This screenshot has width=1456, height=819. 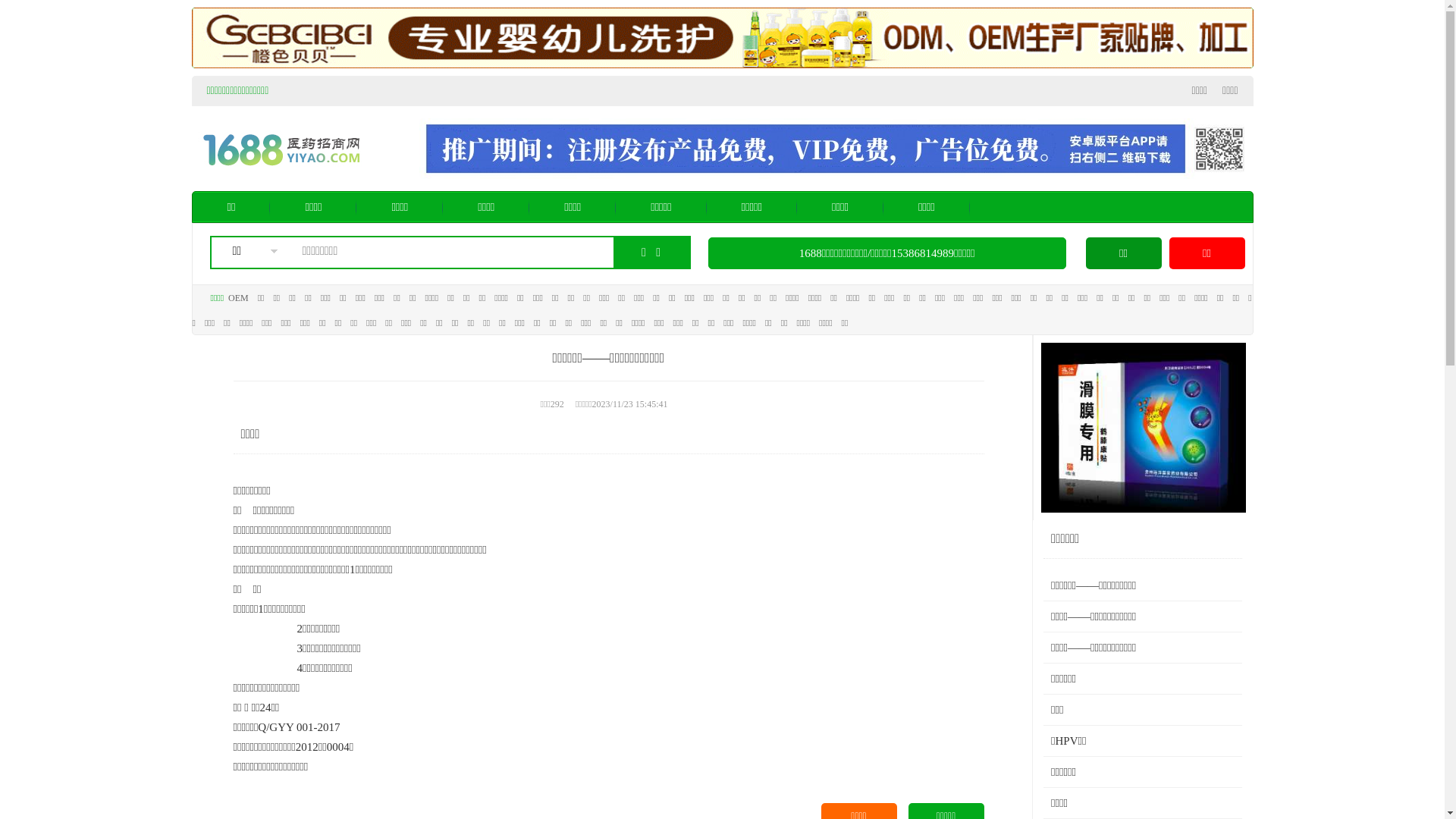 What do you see at coordinates (237, 298) in the screenshot?
I see `'OEM'` at bounding box center [237, 298].